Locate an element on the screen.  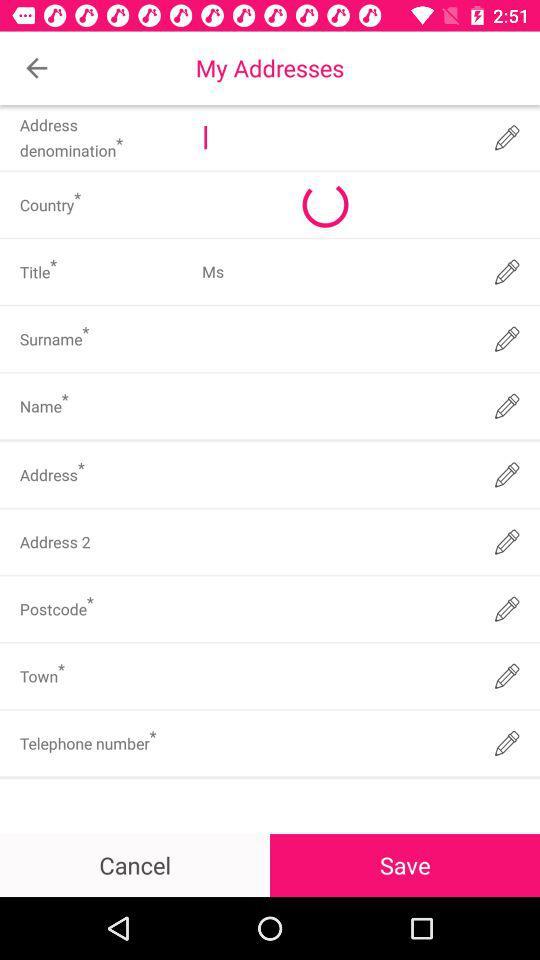
address is located at coordinates (335, 474).